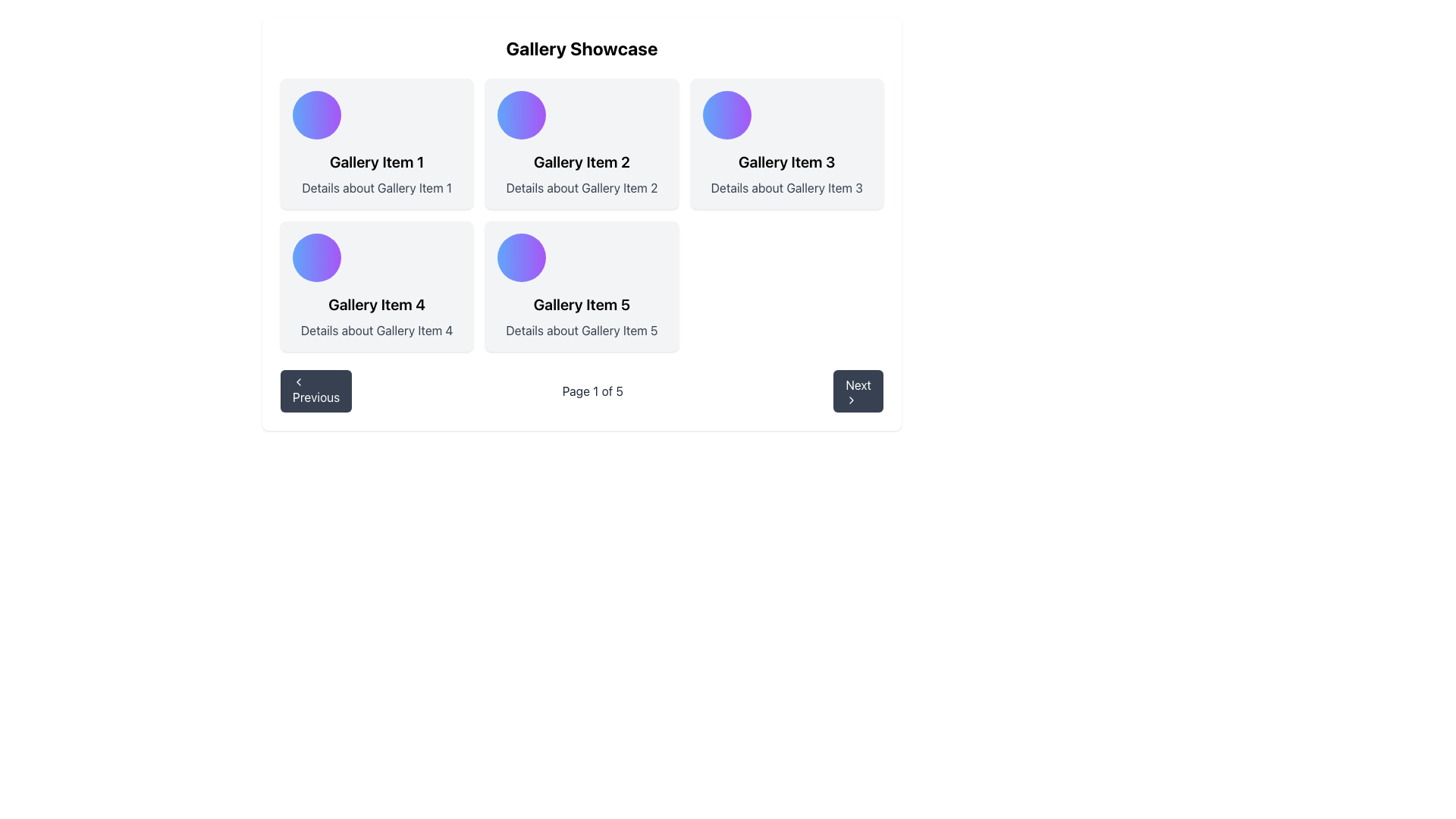  I want to click on the decorative graphical element located at the top-left corner of the 'Gallery Item 1' card in the 'Gallery Showcase', so click(315, 114).